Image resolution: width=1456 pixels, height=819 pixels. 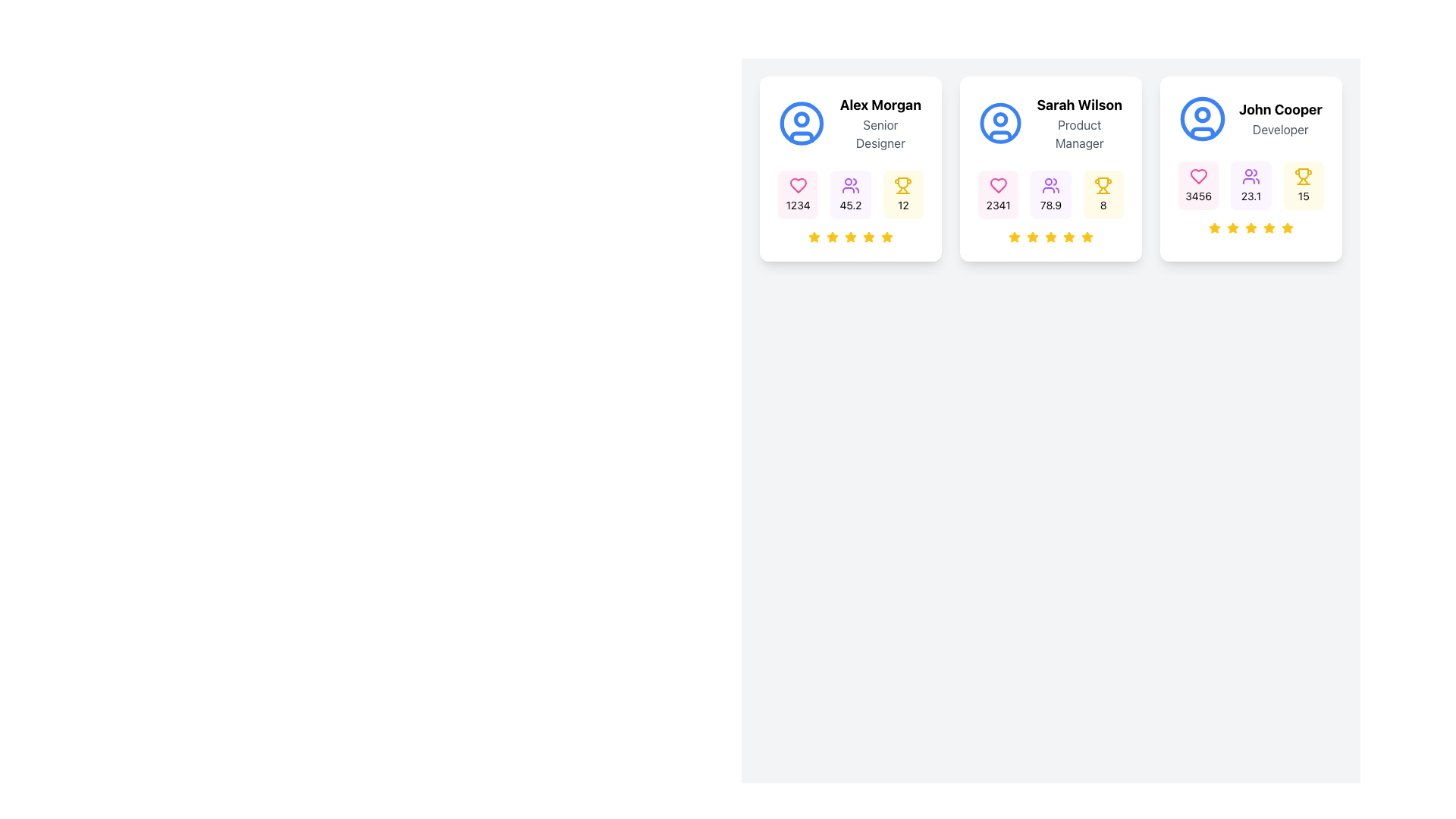 I want to click on numerical representation of awards displayed in the icon located in the lower right segment of the card labeled 'John Cooper', so click(x=1303, y=185).